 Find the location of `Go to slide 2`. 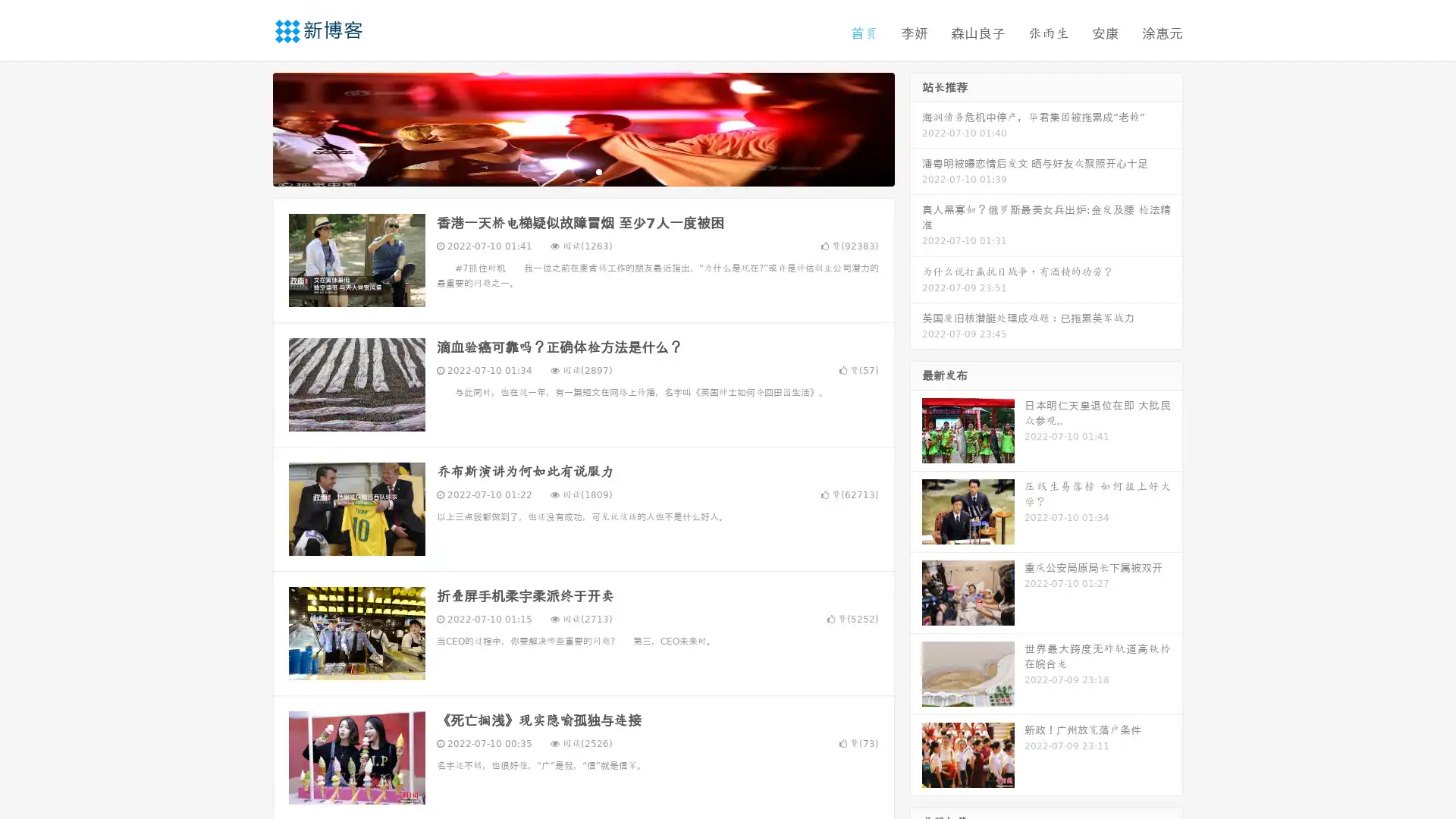

Go to slide 2 is located at coordinates (582, 171).